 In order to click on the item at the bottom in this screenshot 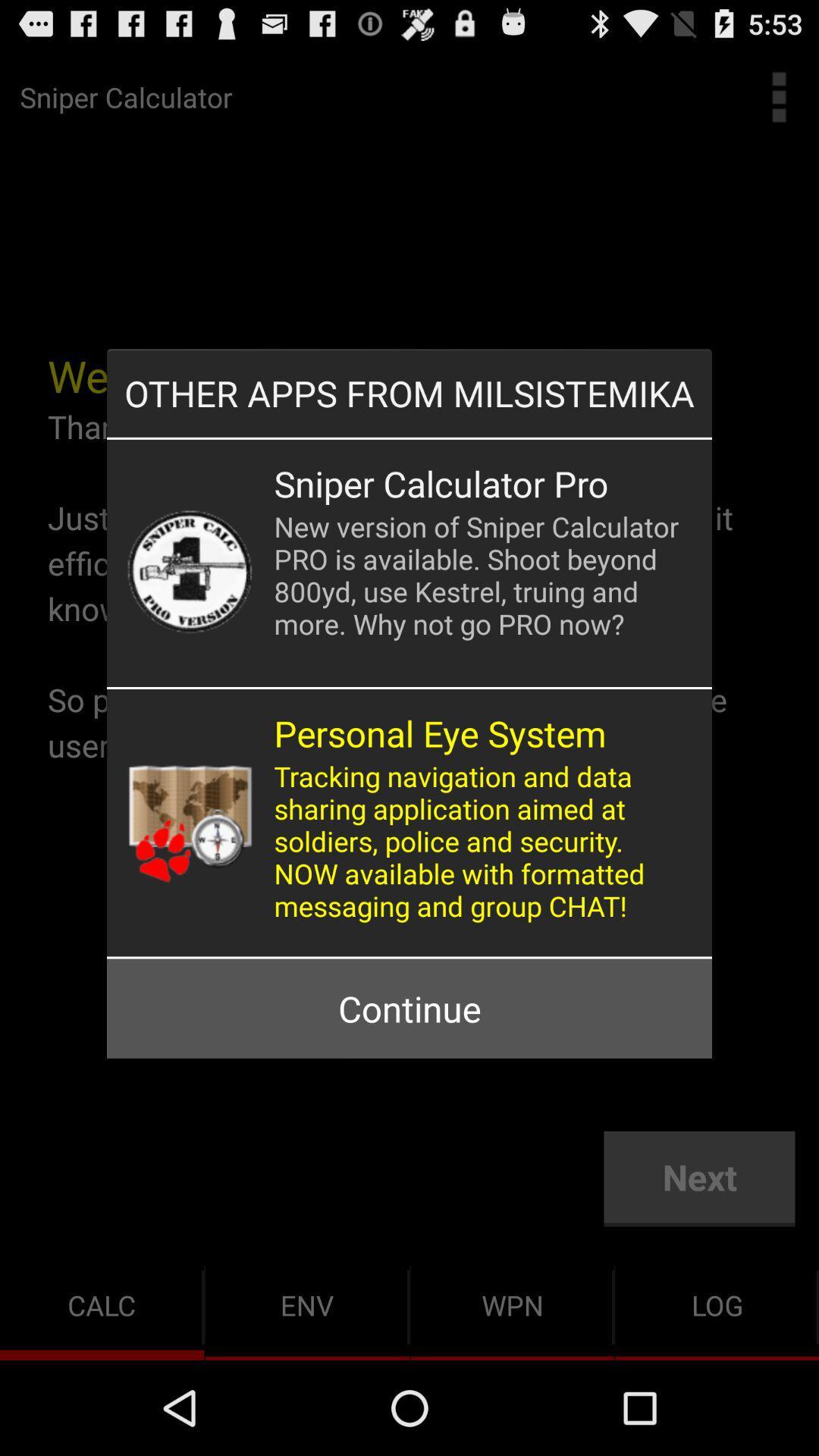, I will do `click(409, 1009)`.